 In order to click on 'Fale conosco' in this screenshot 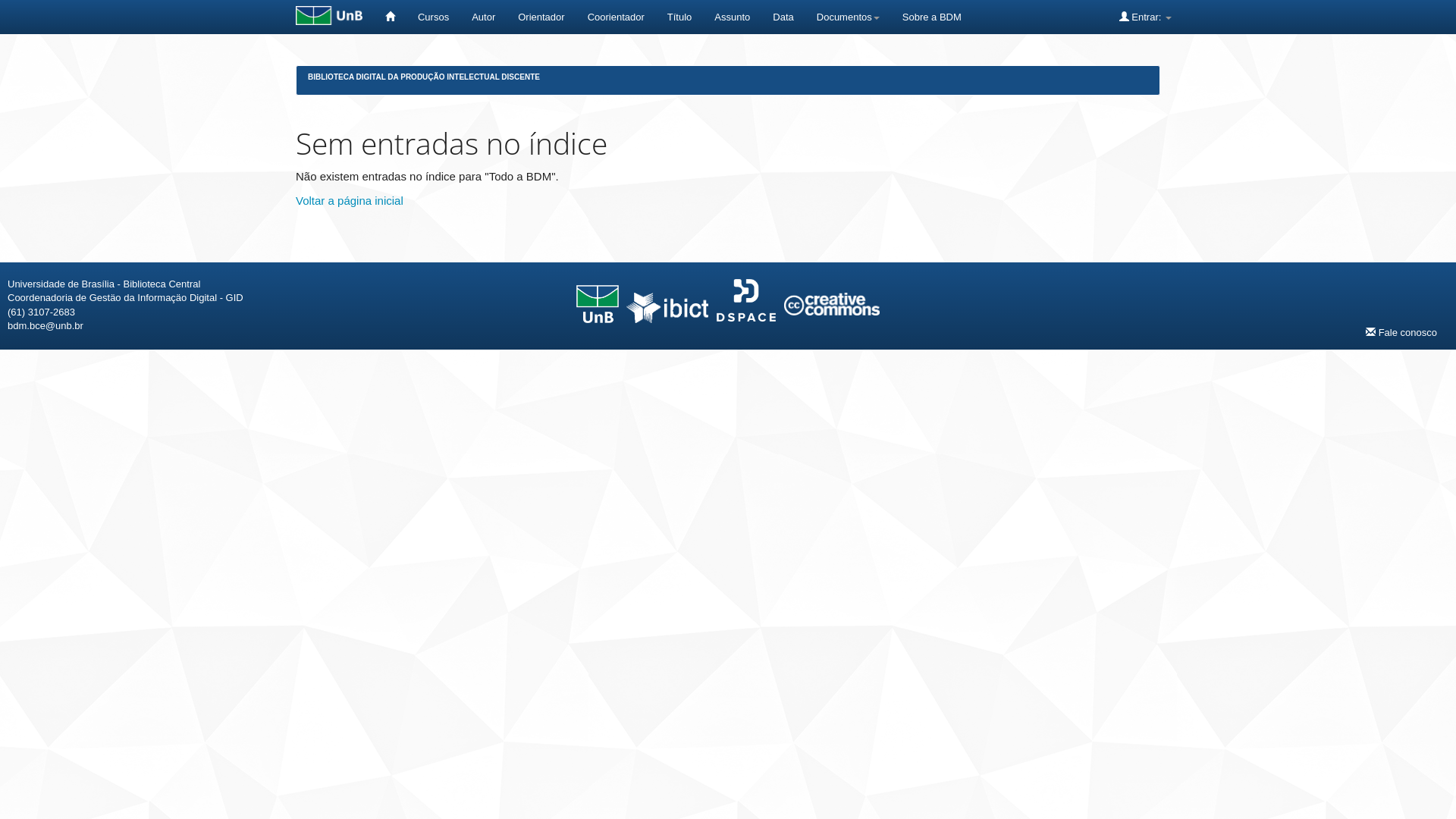, I will do `click(1401, 331)`.